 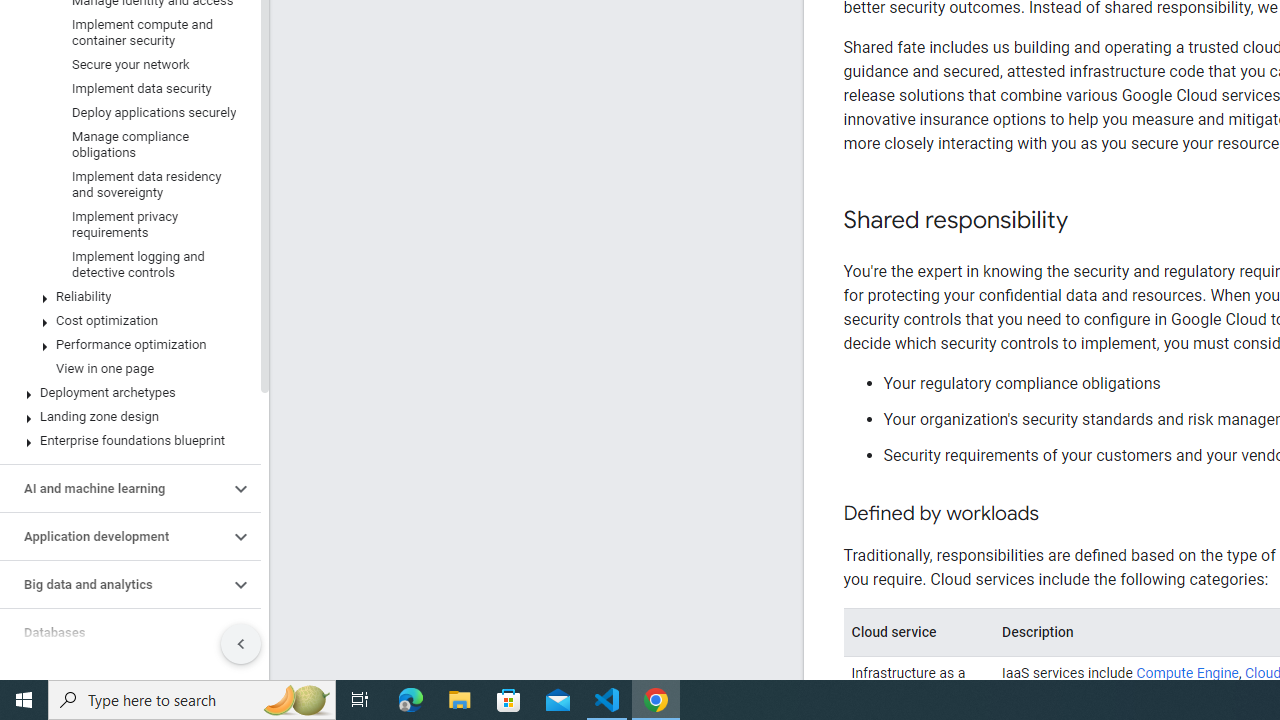 What do you see at coordinates (240, 644) in the screenshot?
I see `'Hide side navigation'` at bounding box center [240, 644].